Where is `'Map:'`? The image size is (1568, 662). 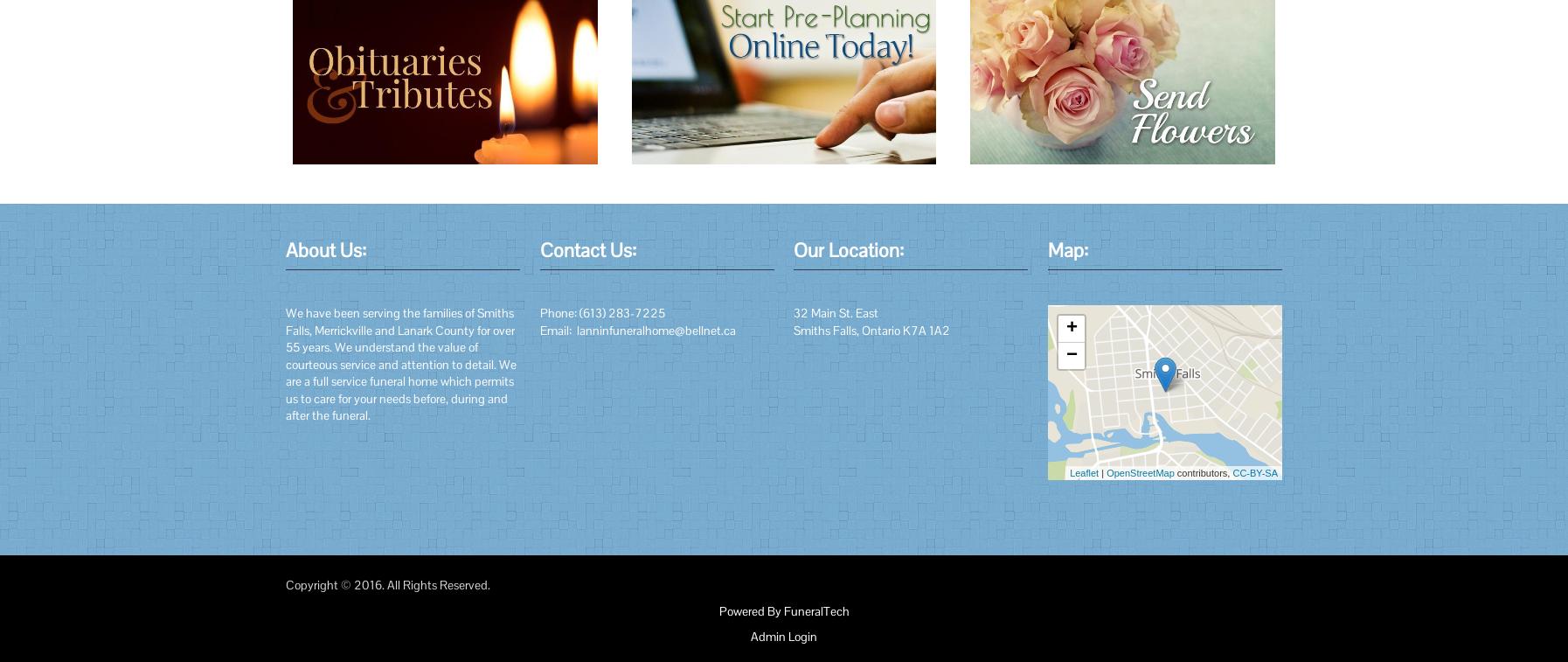
'Map:' is located at coordinates (1067, 248).